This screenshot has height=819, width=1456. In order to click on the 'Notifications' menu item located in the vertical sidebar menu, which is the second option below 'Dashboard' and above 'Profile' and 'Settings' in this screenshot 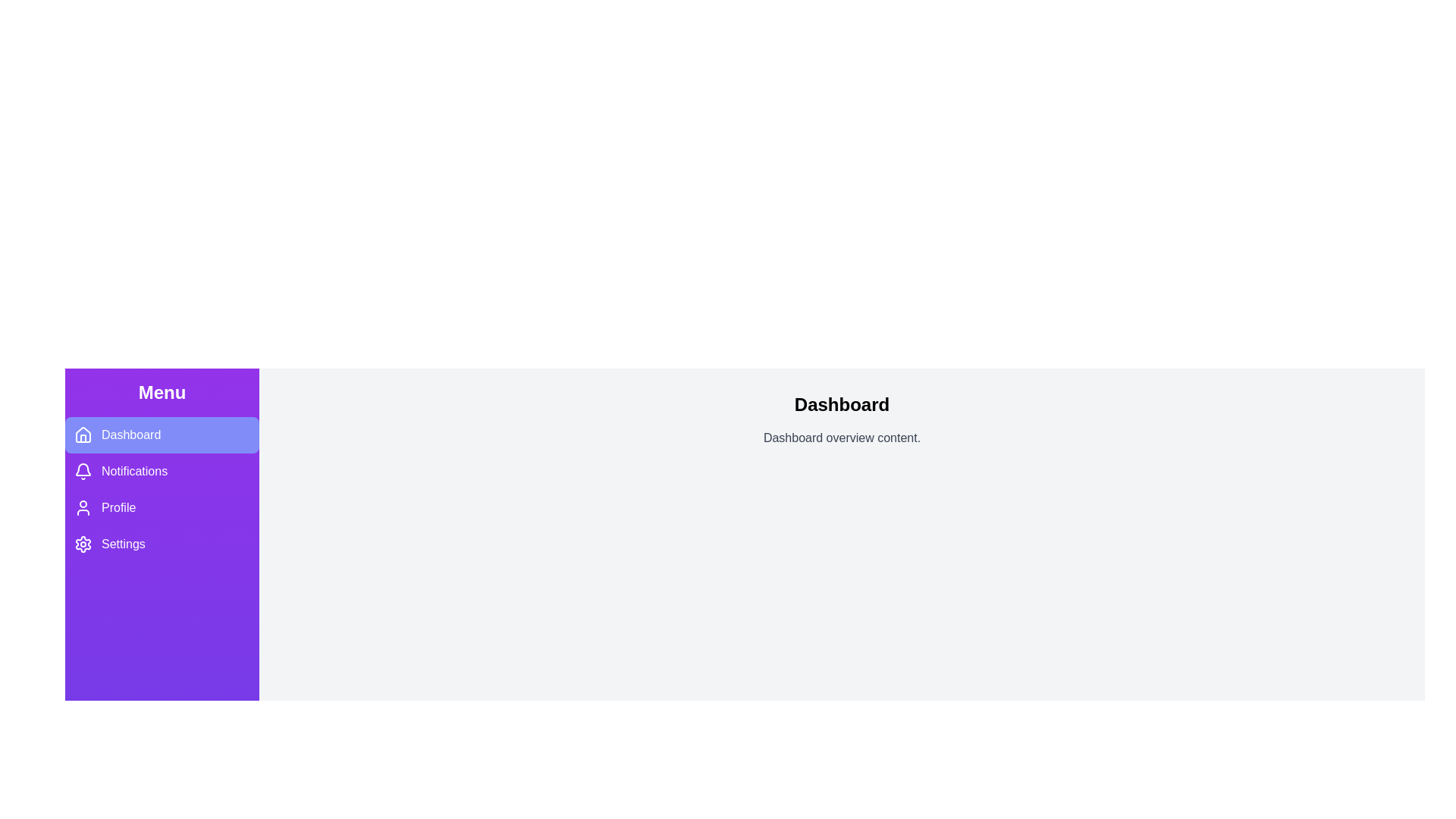, I will do `click(162, 489)`.